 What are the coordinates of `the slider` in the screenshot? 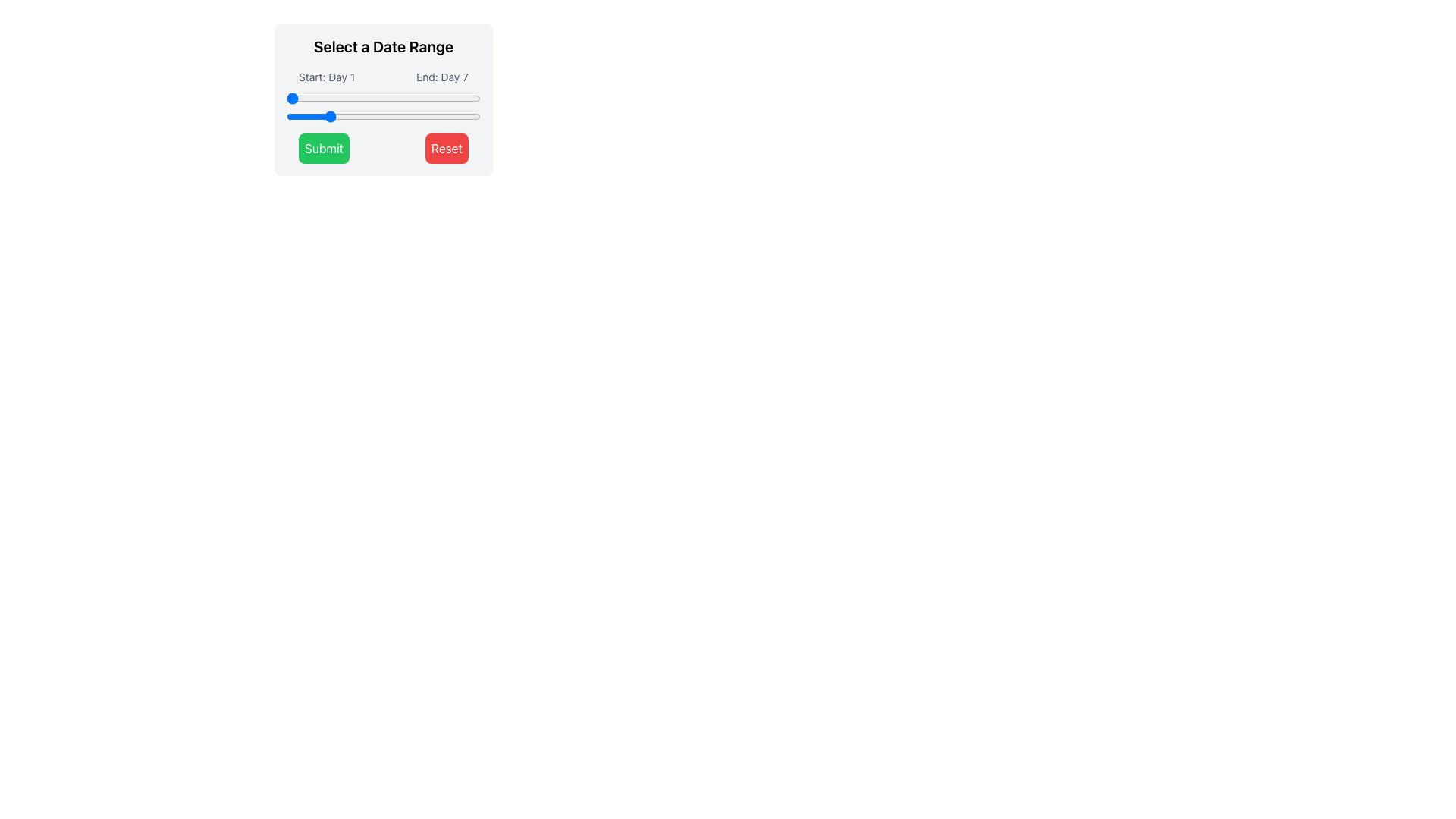 It's located at (326, 99).